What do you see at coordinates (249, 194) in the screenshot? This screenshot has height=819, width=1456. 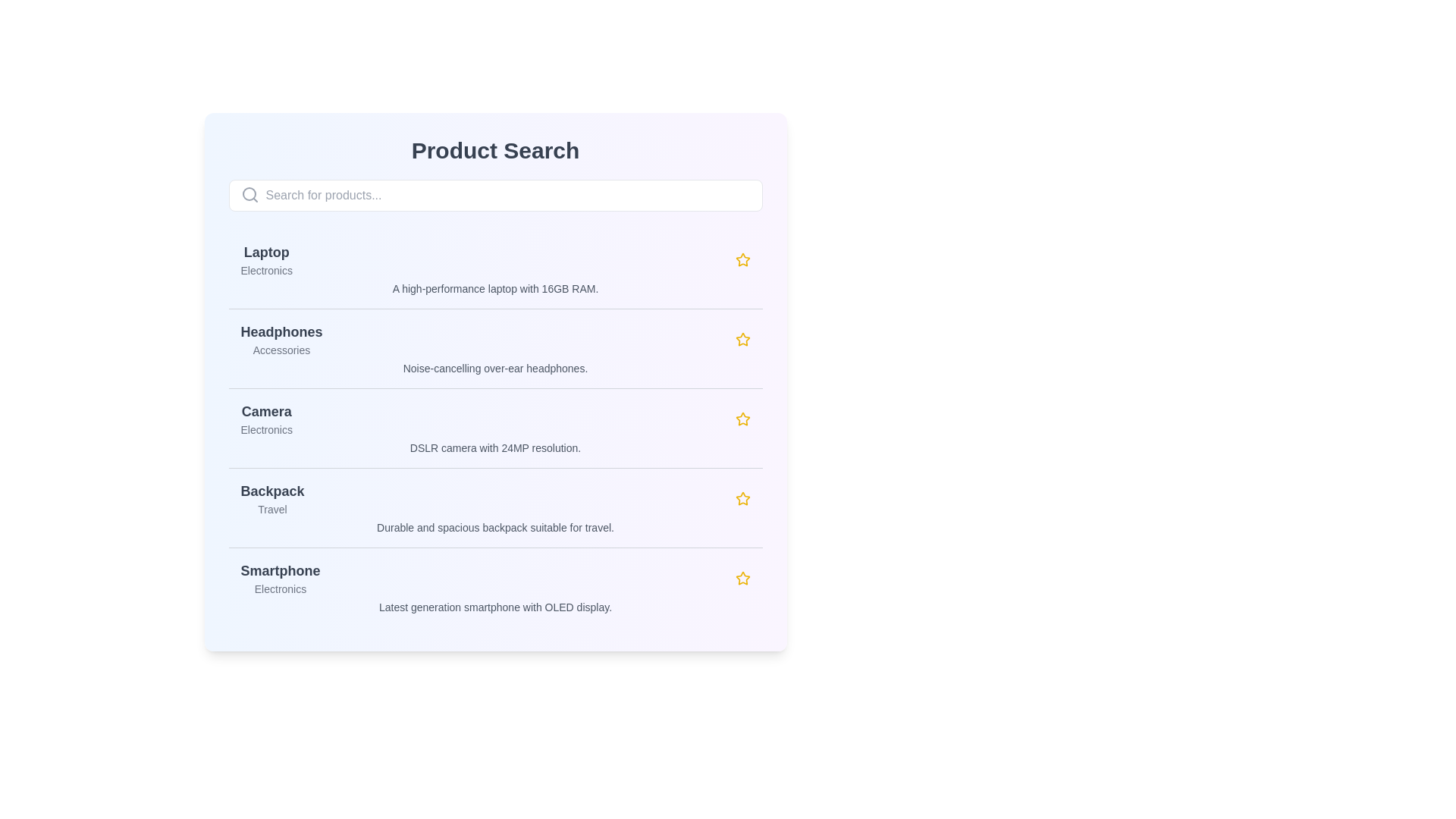 I see `the magnifying glass icon represented as an SVG image, which is gray in color and located inside the search input field` at bounding box center [249, 194].